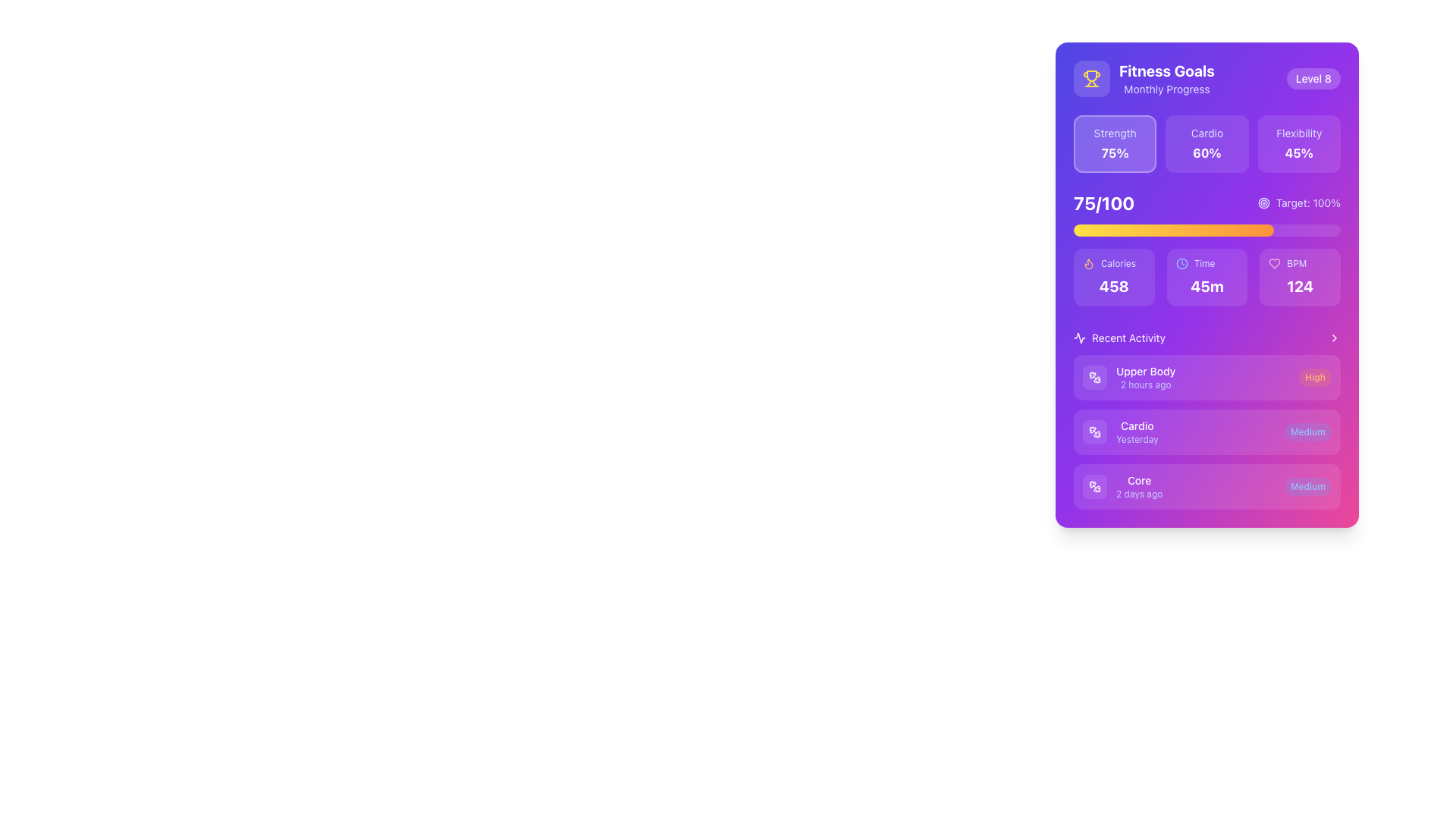 Image resolution: width=1456 pixels, height=819 pixels. What do you see at coordinates (1139, 480) in the screenshot?
I see `the static text label displaying 'Core' in white color, located in the first position of the fourth item under the 'Recent Activity' section` at bounding box center [1139, 480].